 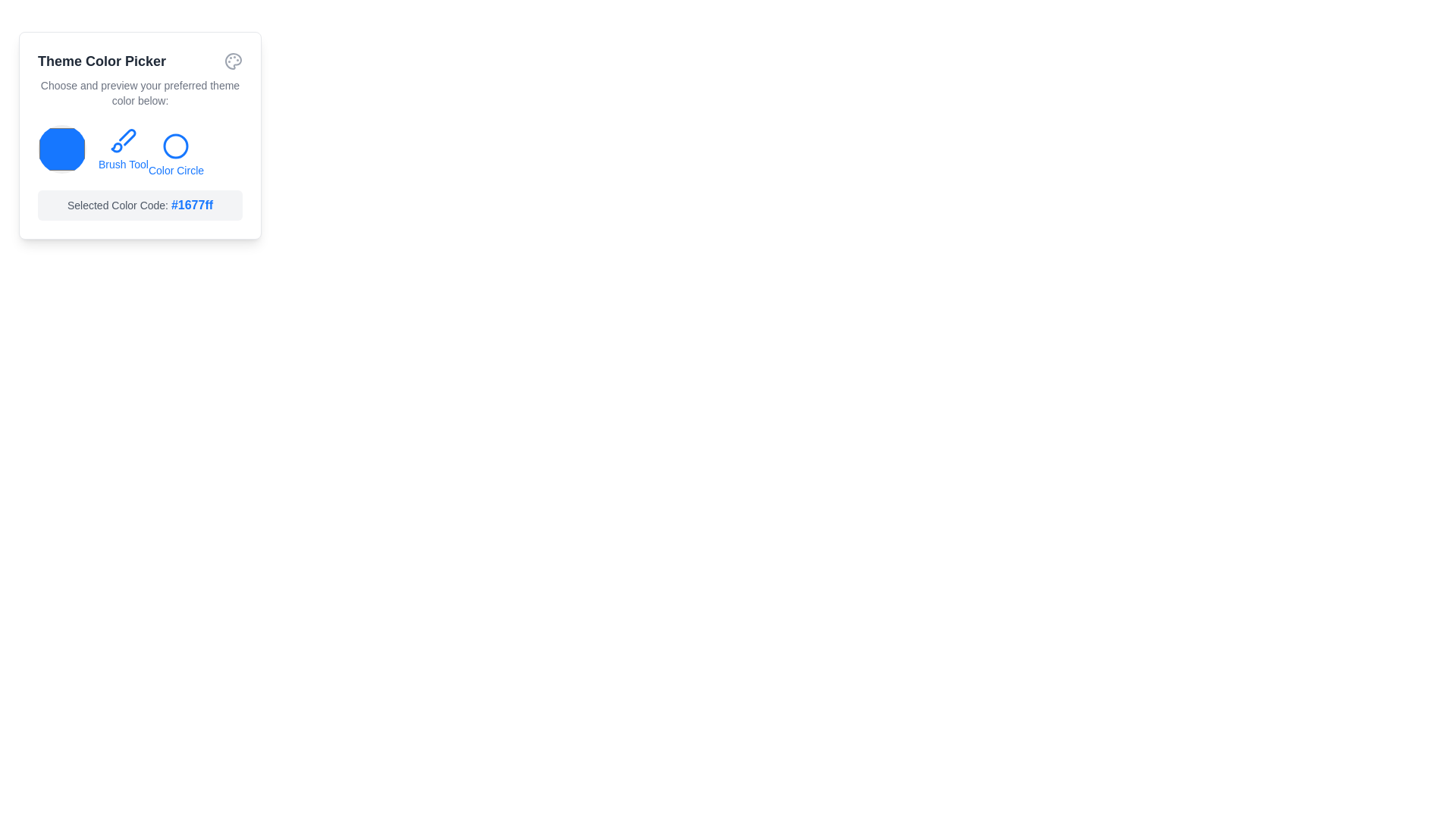 What do you see at coordinates (191, 205) in the screenshot?
I see `the text displaying the hexadecimal value of the currently selected color in the Theme Color Picker, located near the bottom of the box labeled 'Theme Color Picker', to the right of 'Selected Color Code'` at bounding box center [191, 205].